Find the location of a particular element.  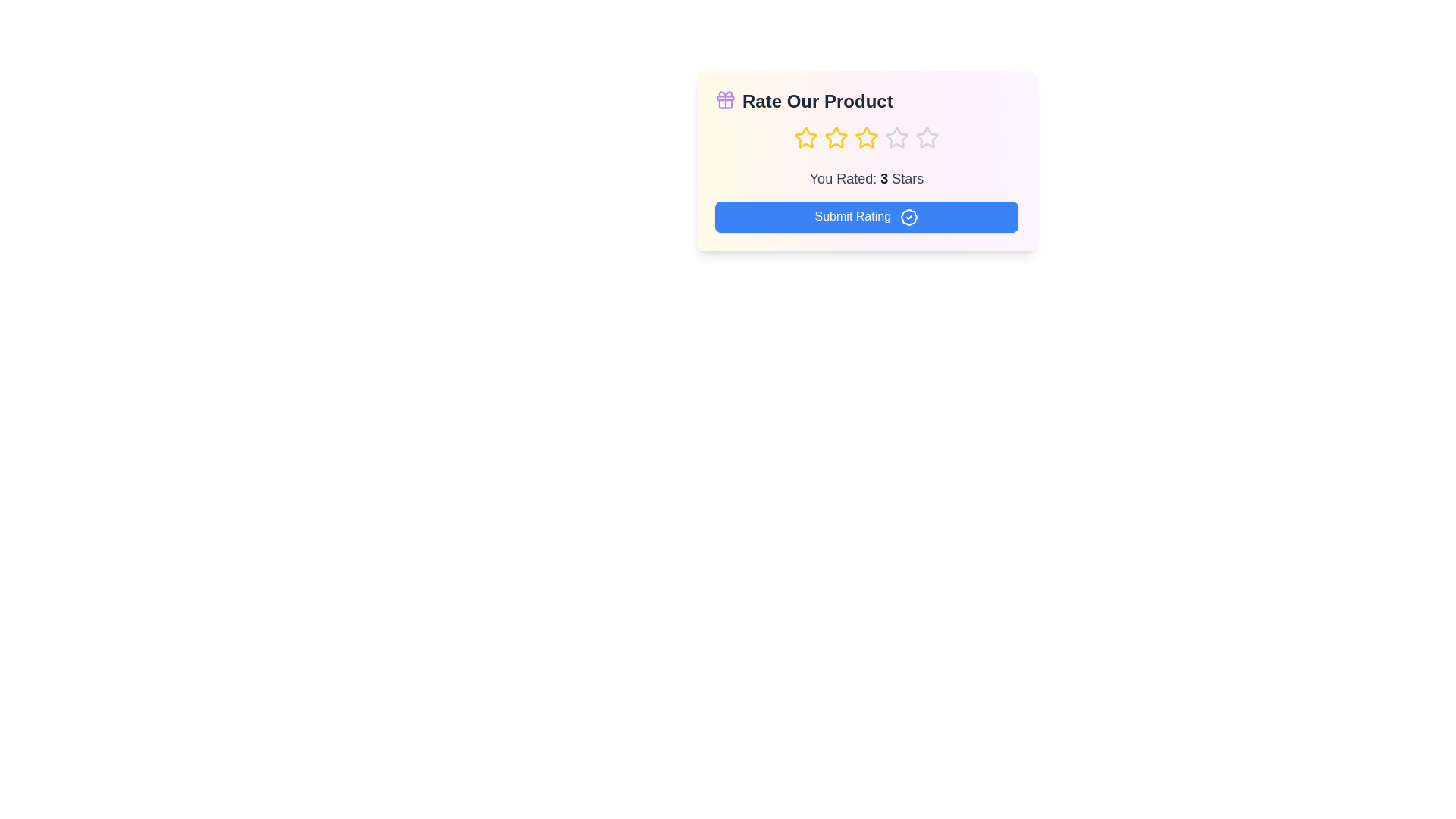

the star corresponding to the desired rating 2 is located at coordinates (836, 137).